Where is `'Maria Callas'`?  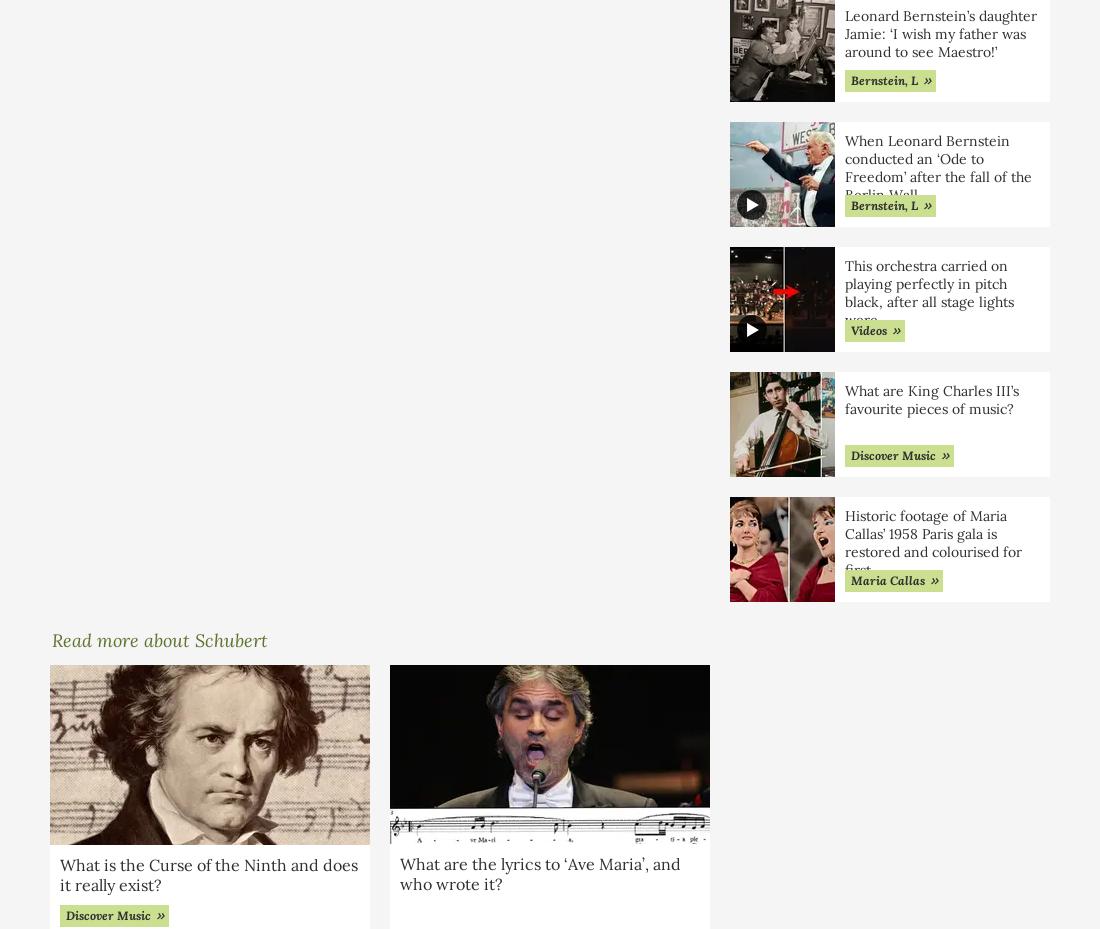
'Maria Callas' is located at coordinates (849, 578).